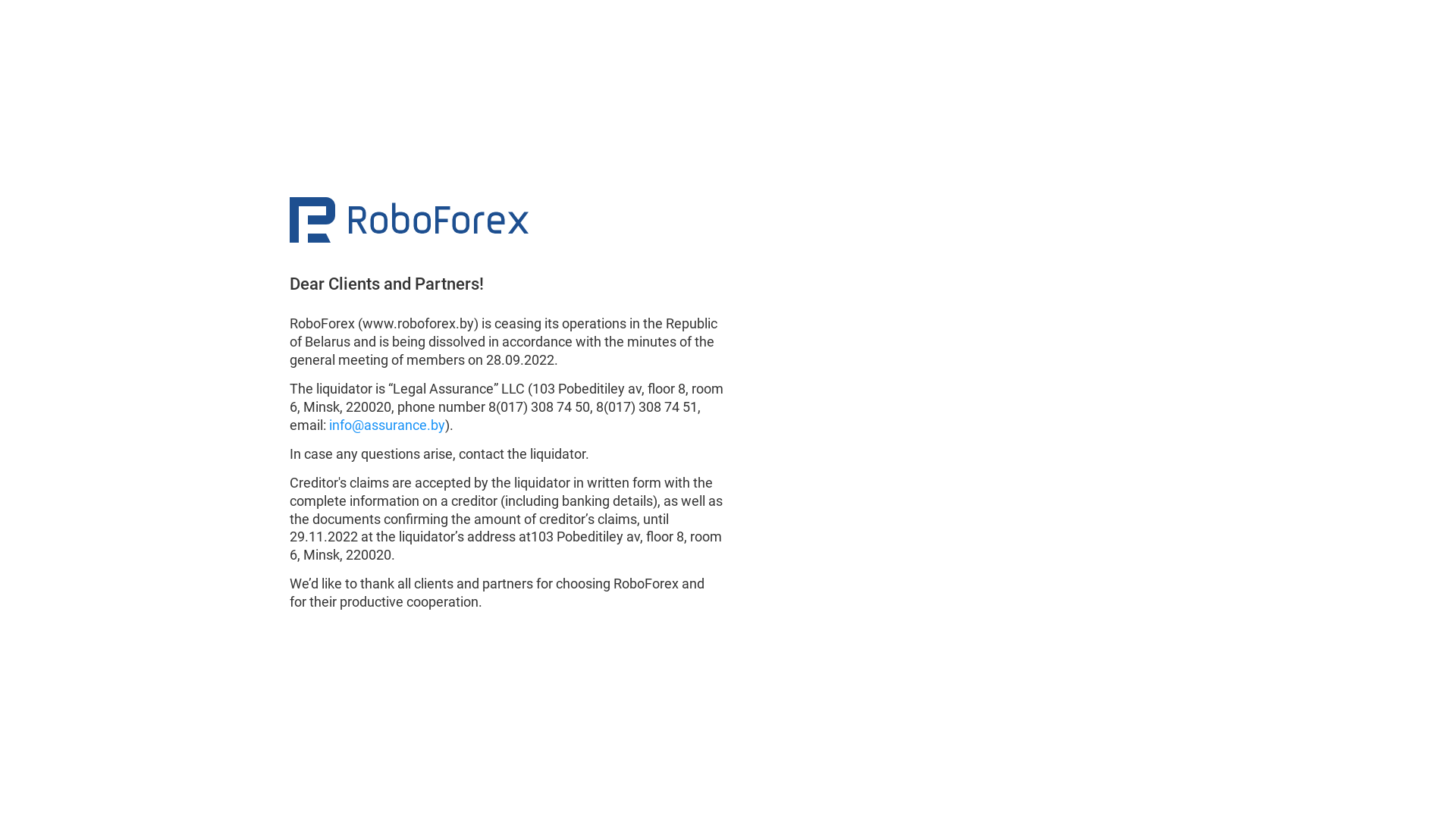  I want to click on 'info@assurance.by', so click(387, 425).